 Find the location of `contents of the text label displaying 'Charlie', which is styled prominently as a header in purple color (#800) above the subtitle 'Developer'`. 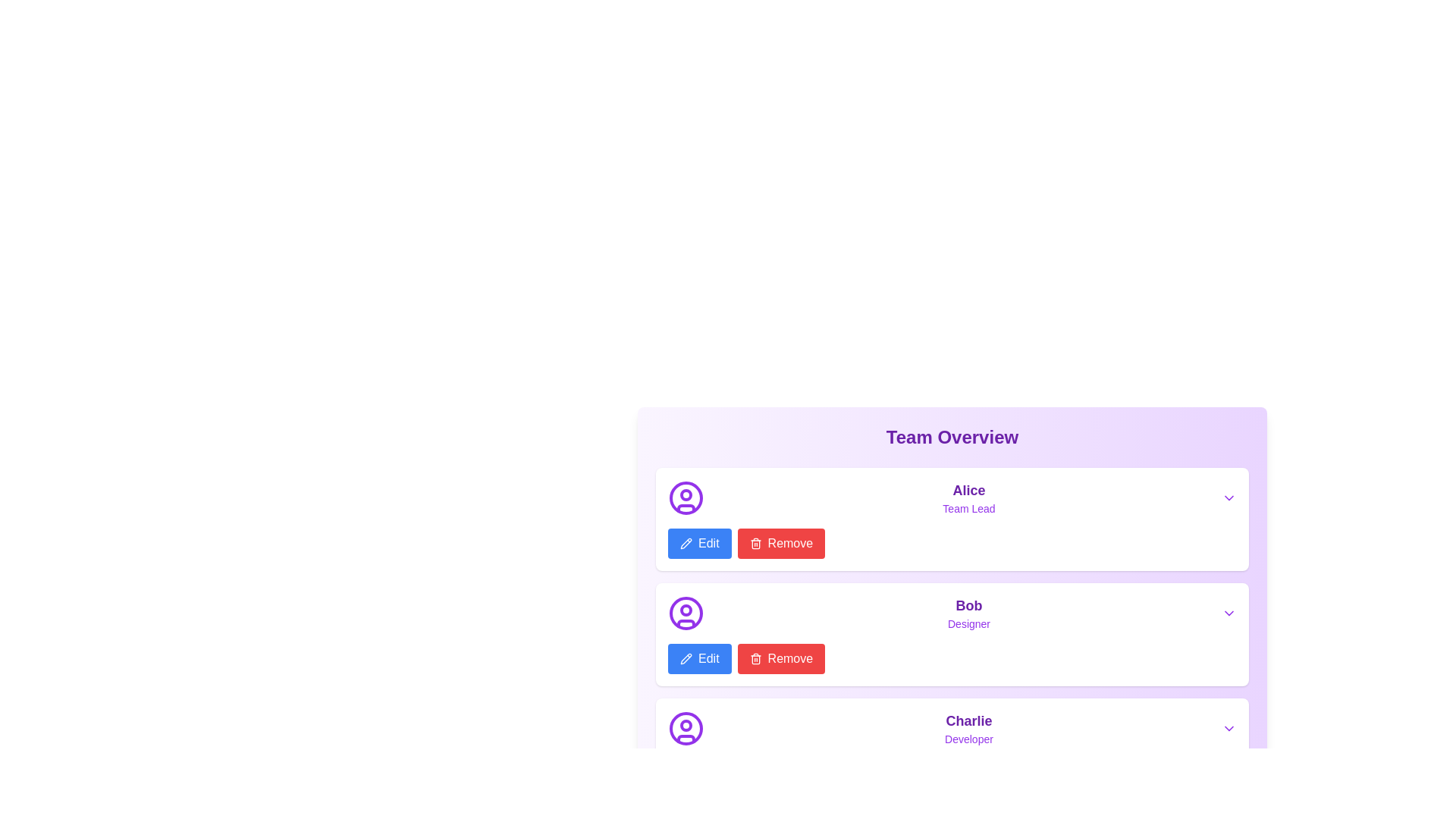

contents of the text label displaying 'Charlie', which is styled prominently as a header in purple color (#800) above the subtitle 'Developer' is located at coordinates (968, 720).